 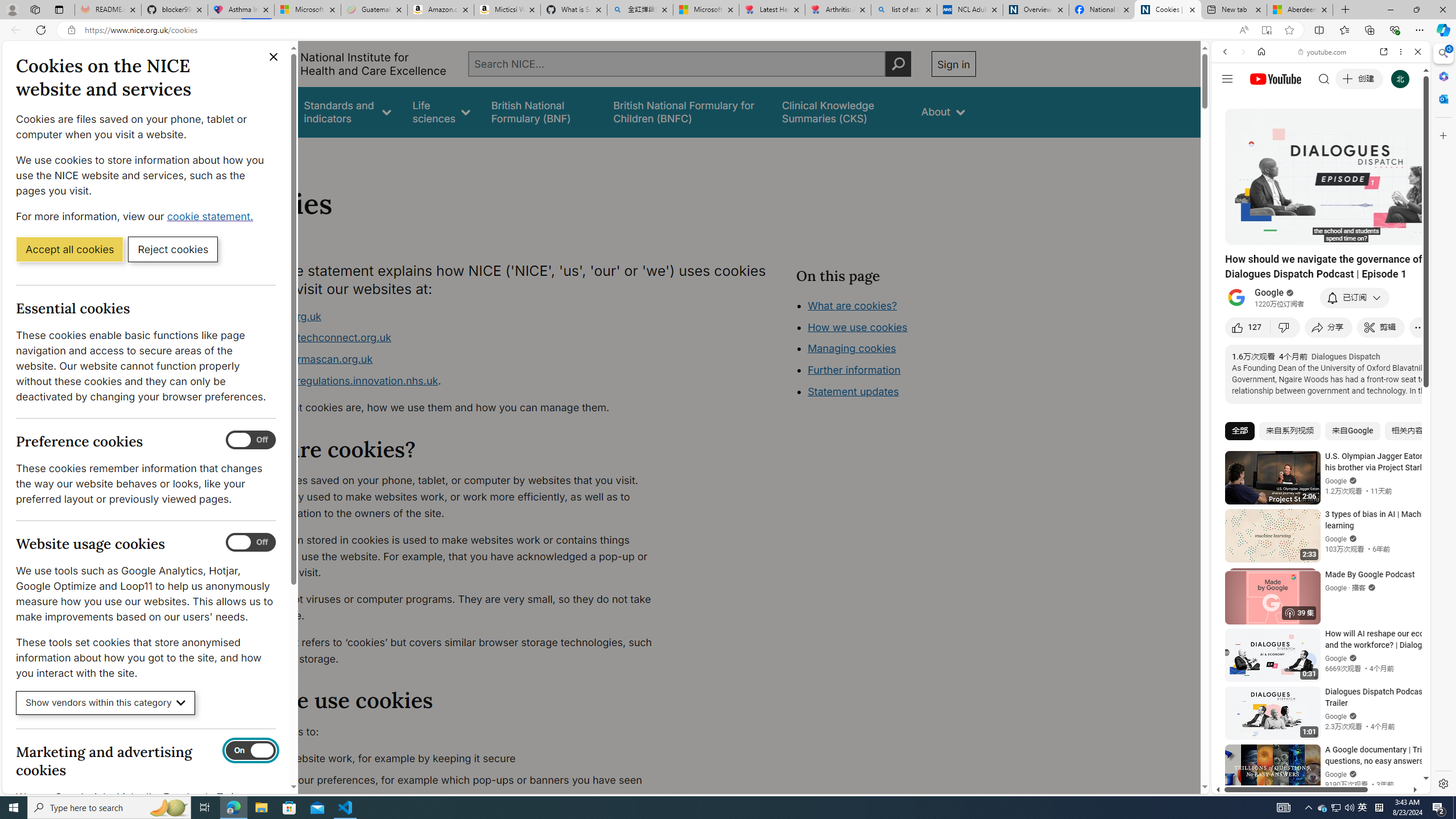 What do you see at coordinates (280, 316) in the screenshot?
I see `'www.nice.org.uk'` at bounding box center [280, 316].